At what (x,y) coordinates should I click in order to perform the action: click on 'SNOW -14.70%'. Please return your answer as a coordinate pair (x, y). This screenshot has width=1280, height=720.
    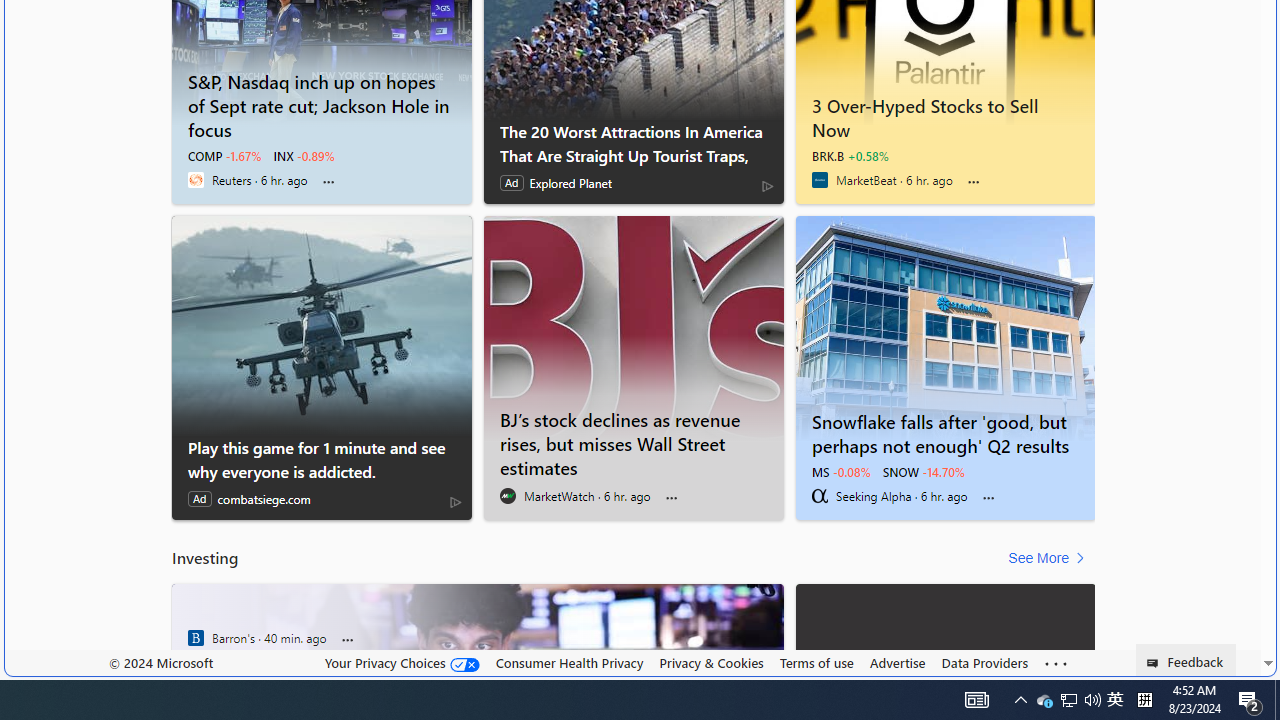
    Looking at the image, I should click on (923, 471).